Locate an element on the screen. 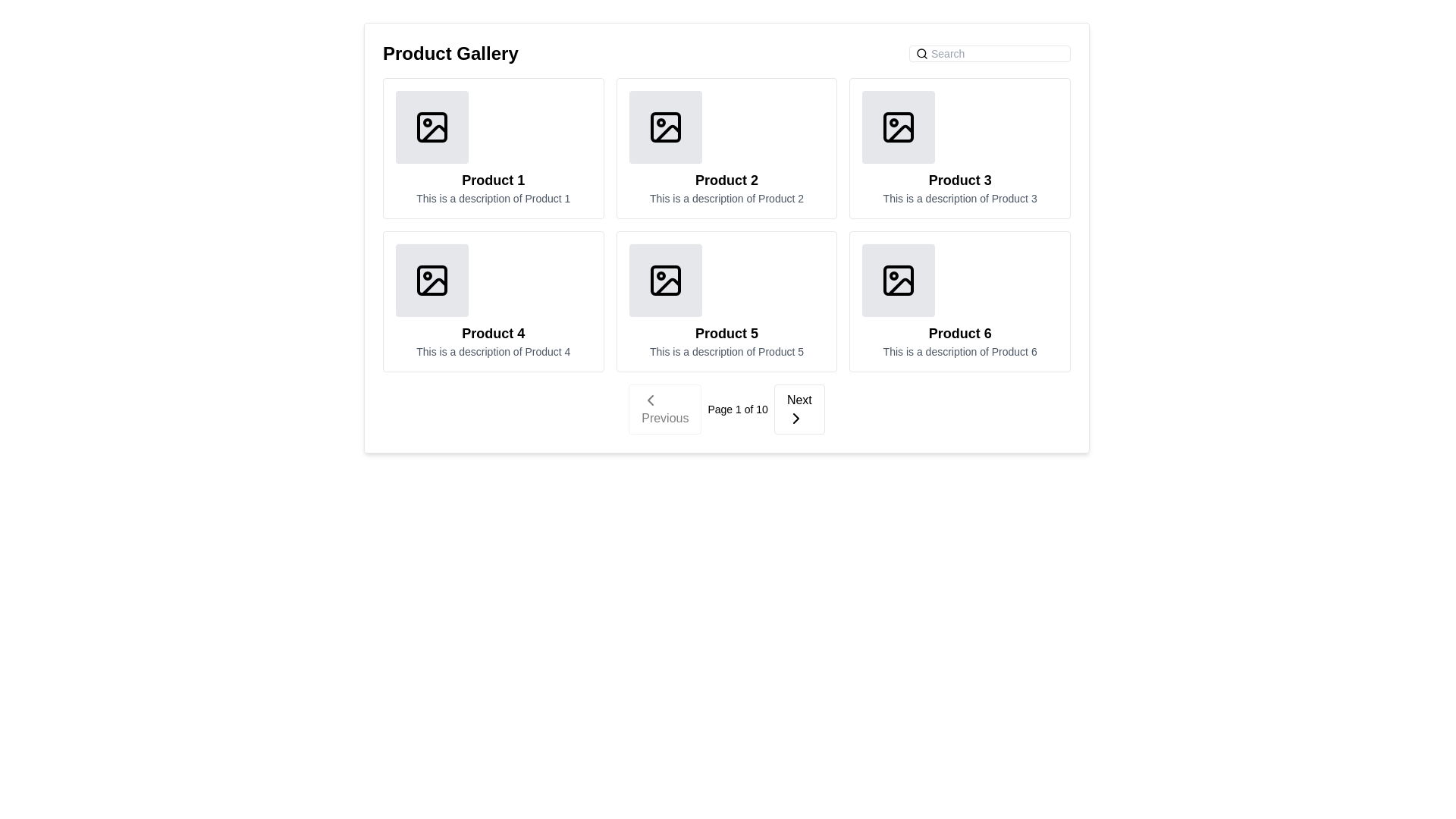 Image resolution: width=1456 pixels, height=819 pixels. the text label displaying 'Page 1 of 10', which is centrally located between the 'Previous' and 'Next' buttons in the pagination control is located at coordinates (738, 409).